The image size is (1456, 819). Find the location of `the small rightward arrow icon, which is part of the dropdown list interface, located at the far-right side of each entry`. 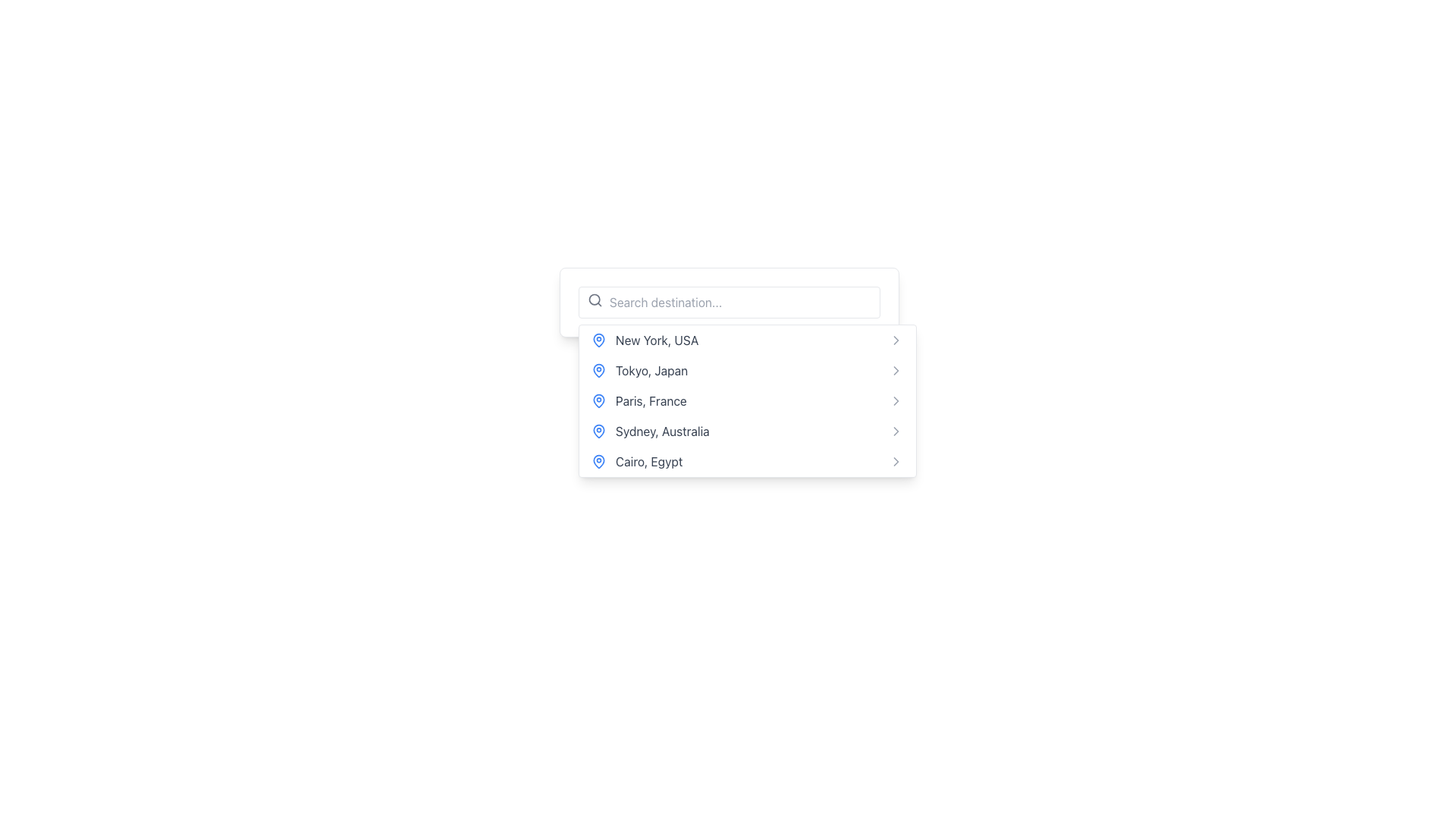

the small rightward arrow icon, which is part of the dropdown list interface, located at the far-right side of each entry is located at coordinates (896, 339).